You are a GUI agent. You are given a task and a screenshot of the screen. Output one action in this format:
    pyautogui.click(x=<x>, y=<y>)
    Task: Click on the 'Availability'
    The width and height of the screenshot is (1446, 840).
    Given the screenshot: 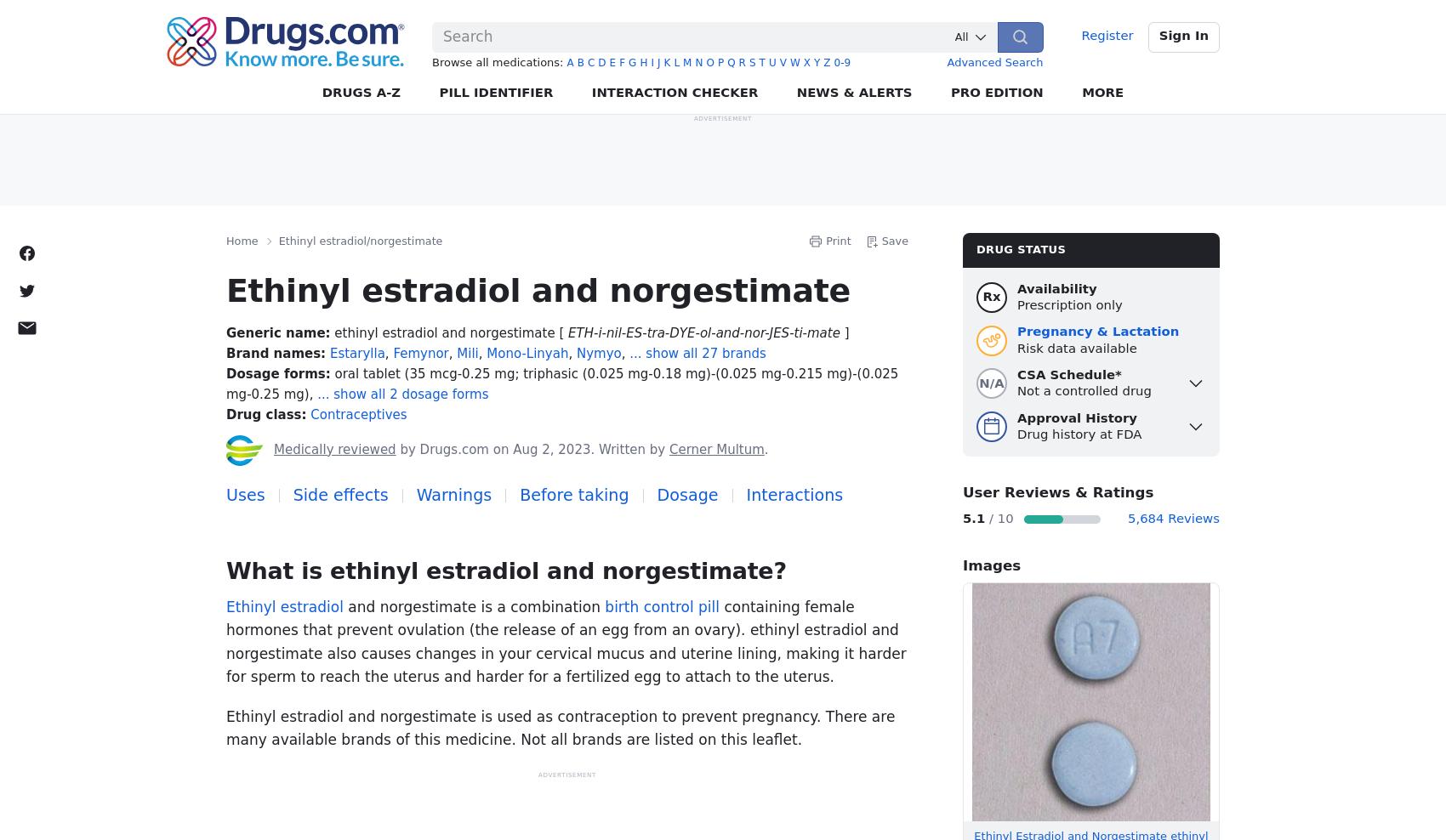 What is the action you would take?
    pyautogui.click(x=1056, y=287)
    